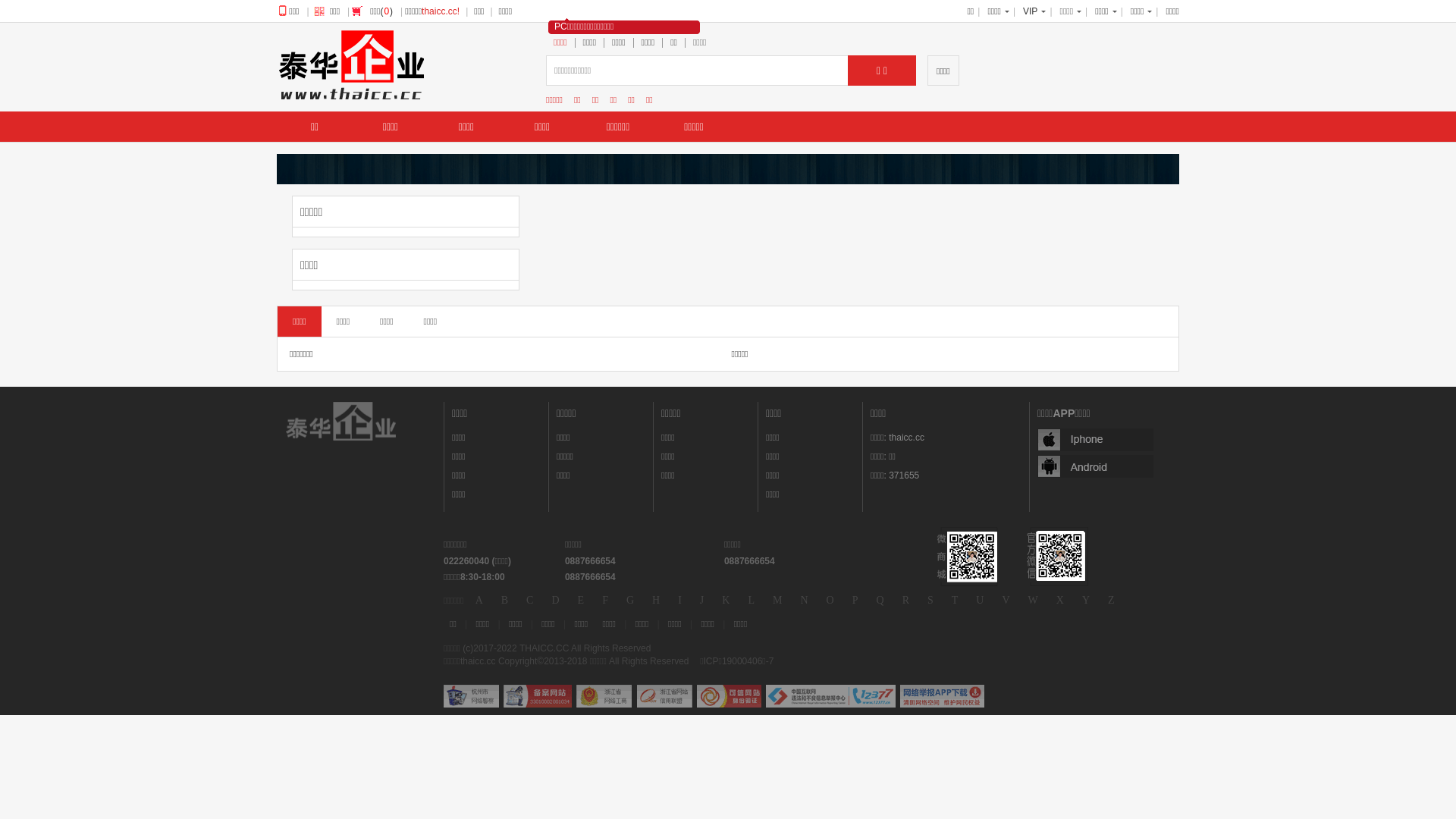  What do you see at coordinates (604, 599) in the screenshot?
I see `'F'` at bounding box center [604, 599].